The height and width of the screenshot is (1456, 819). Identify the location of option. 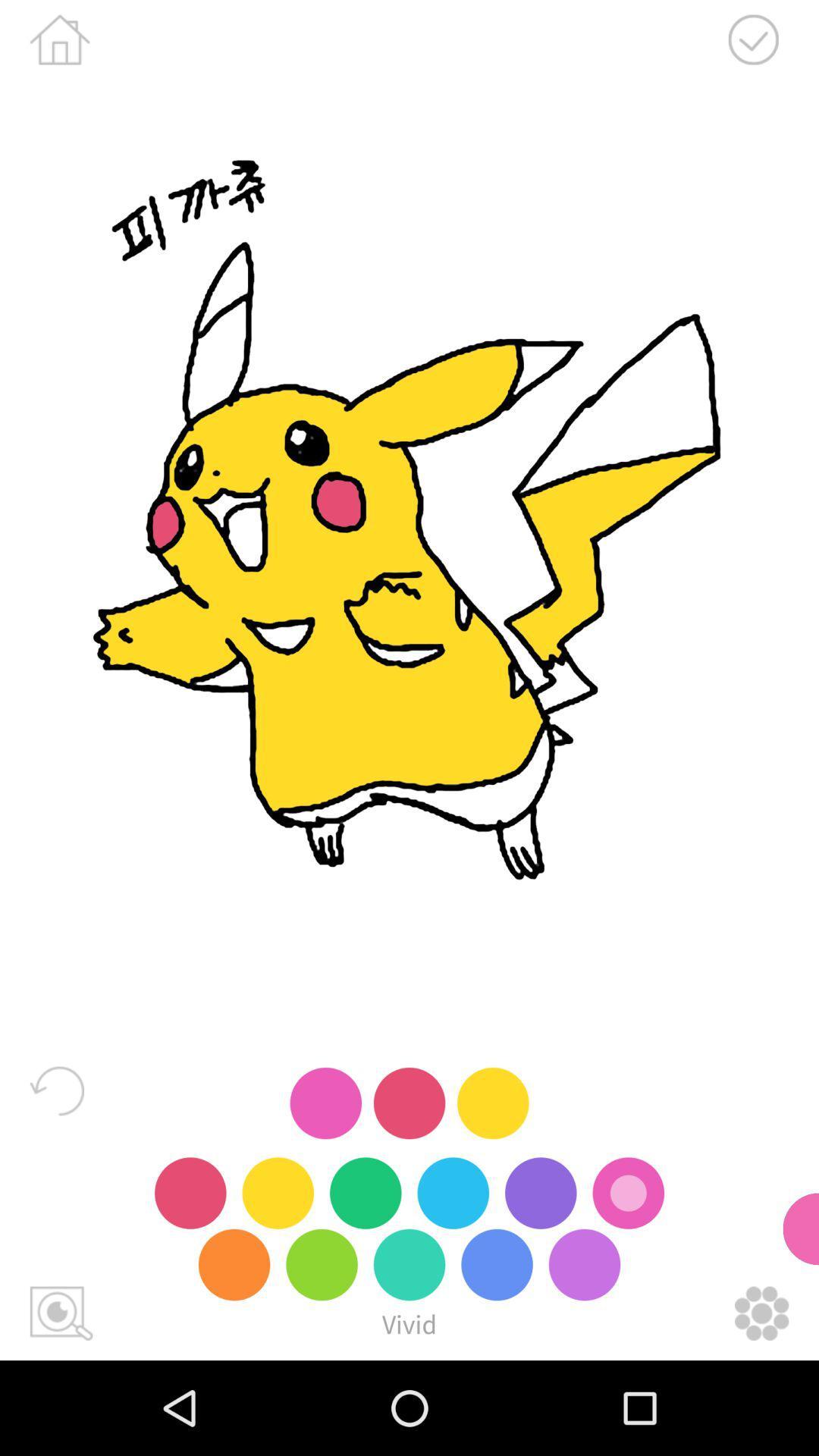
(761, 1313).